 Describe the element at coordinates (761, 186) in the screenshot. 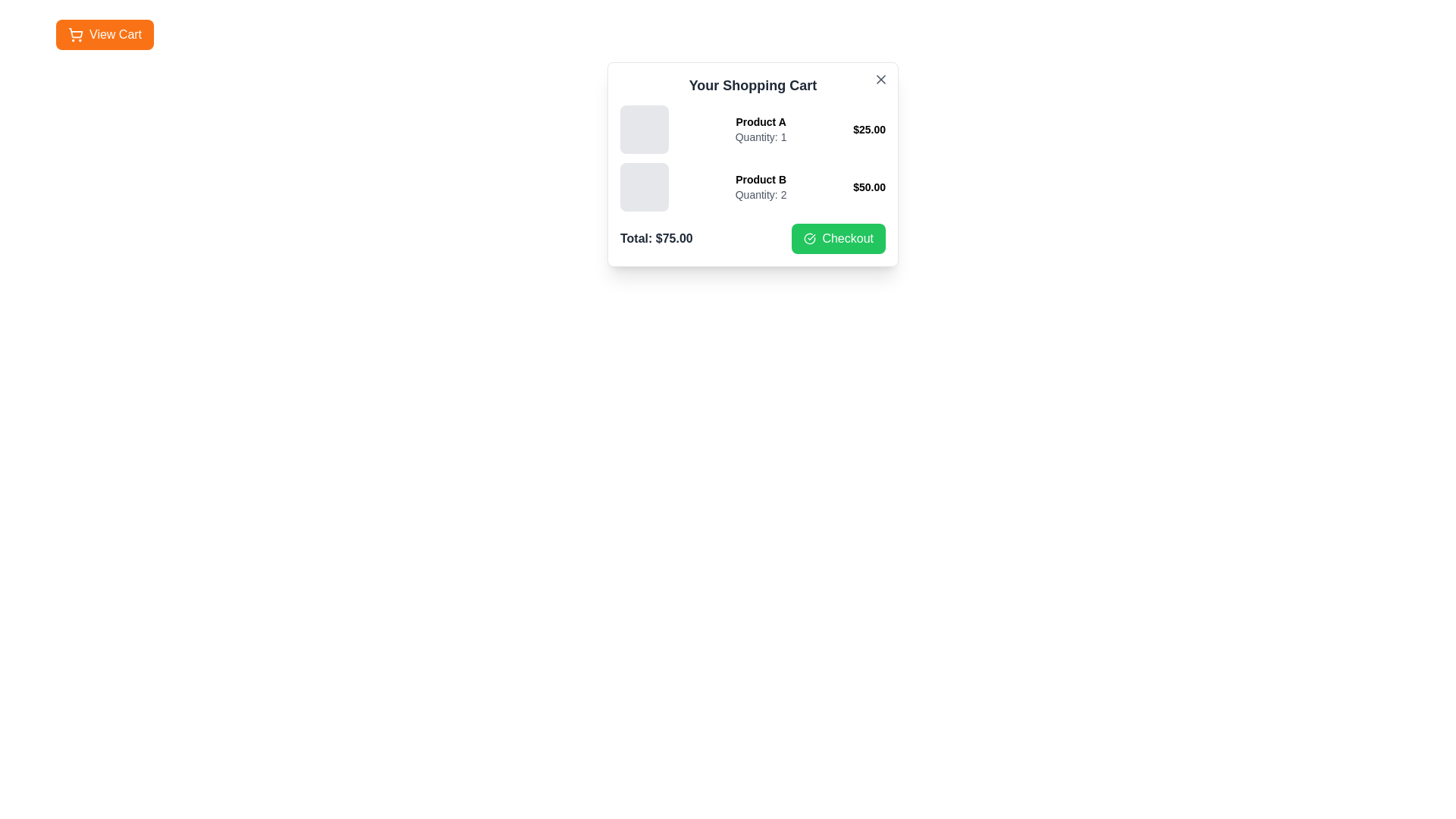

I see `the Text block displaying 'Product B' and 'Quantity: 2', which is the second item in the shopping cart list` at that location.